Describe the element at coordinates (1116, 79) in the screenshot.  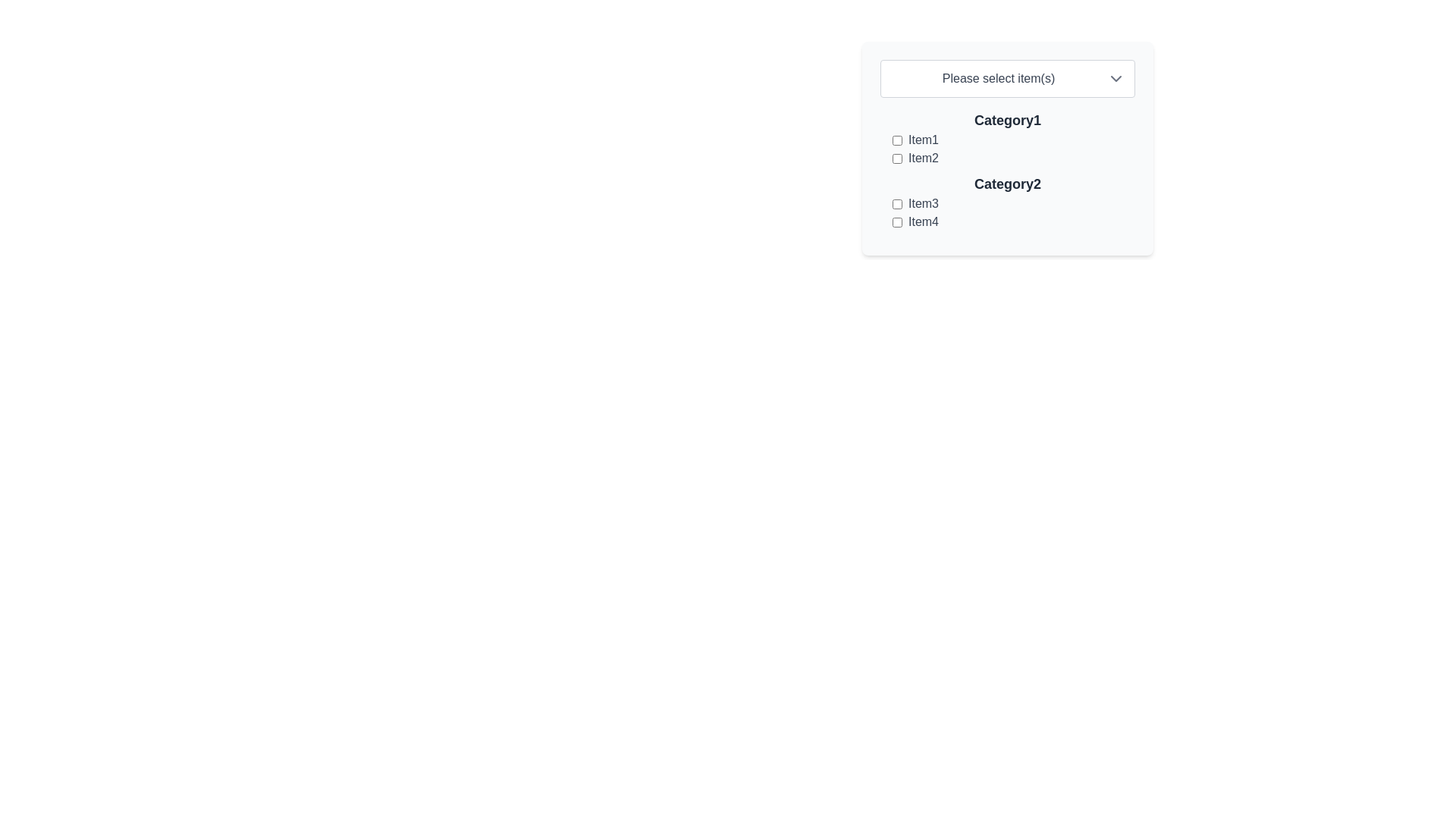
I see `the chevron icon located in the top-right corner of the dropdown area labeled 'Please select item(s).'` at that location.